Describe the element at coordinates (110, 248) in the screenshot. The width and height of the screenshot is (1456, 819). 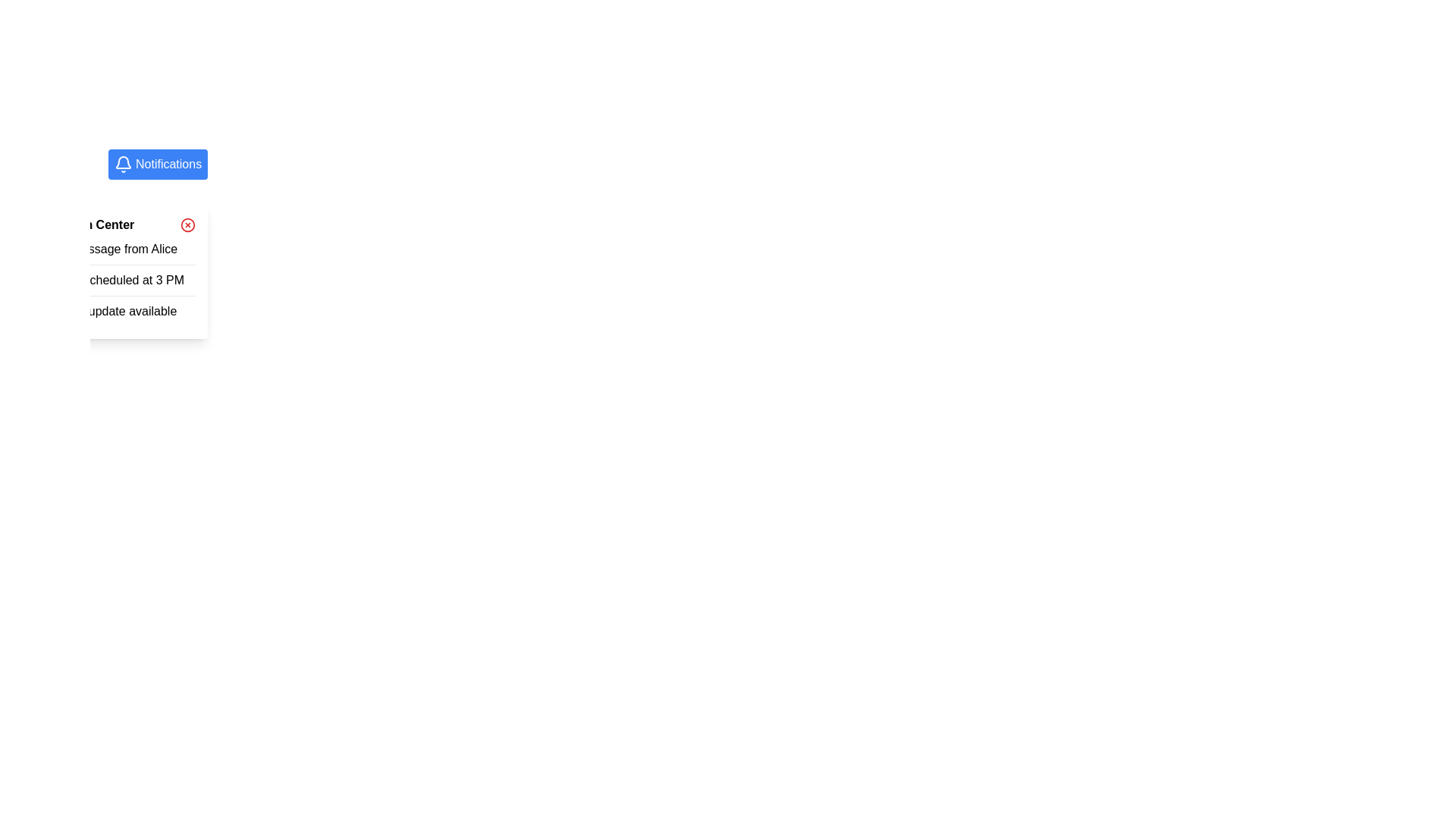
I see `the first notification message from Alice in the dropdown panel under the blue 'Notifications' icon to read its content` at that location.